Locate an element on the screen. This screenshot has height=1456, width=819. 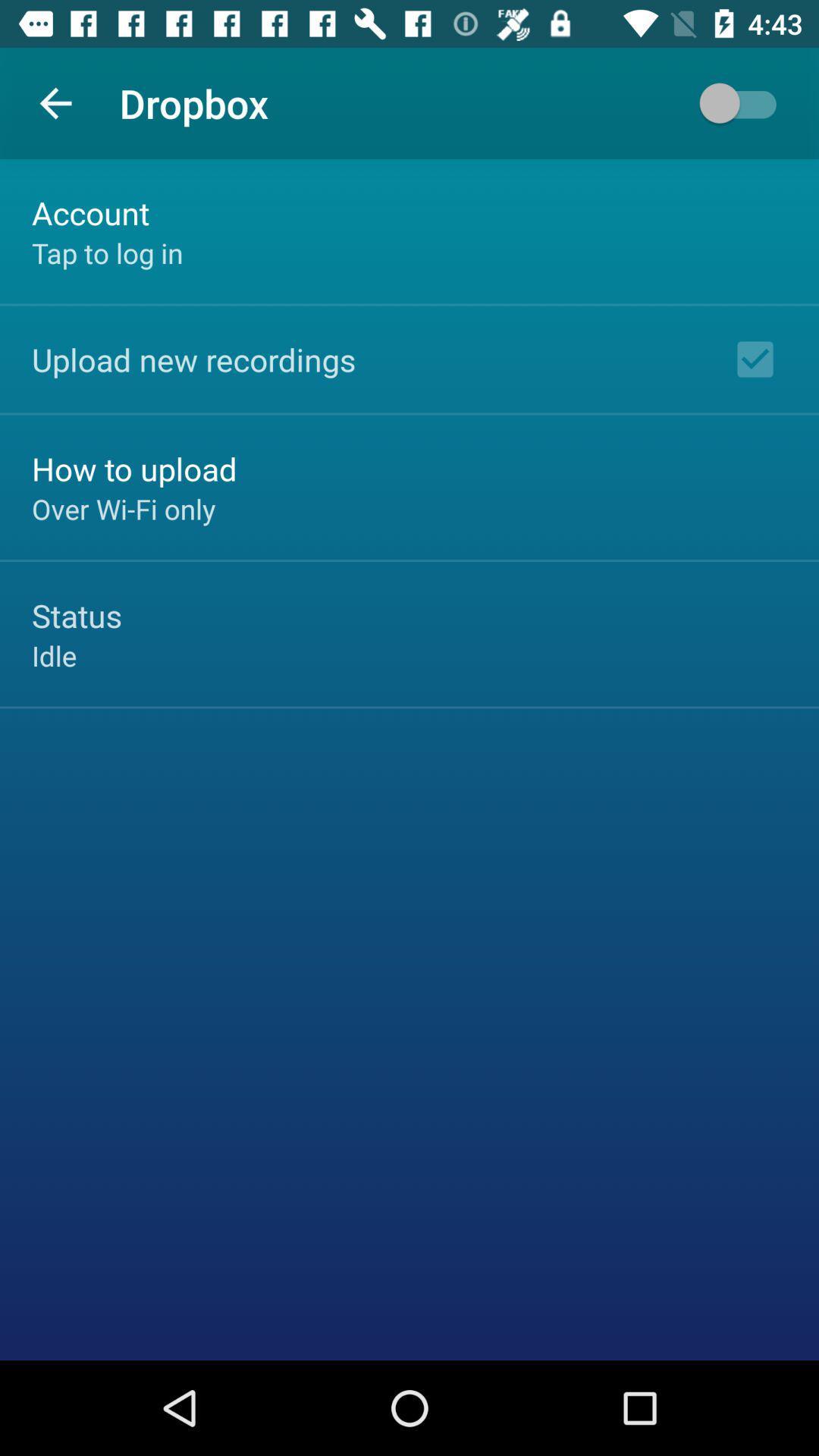
icon above the idle icon is located at coordinates (77, 615).